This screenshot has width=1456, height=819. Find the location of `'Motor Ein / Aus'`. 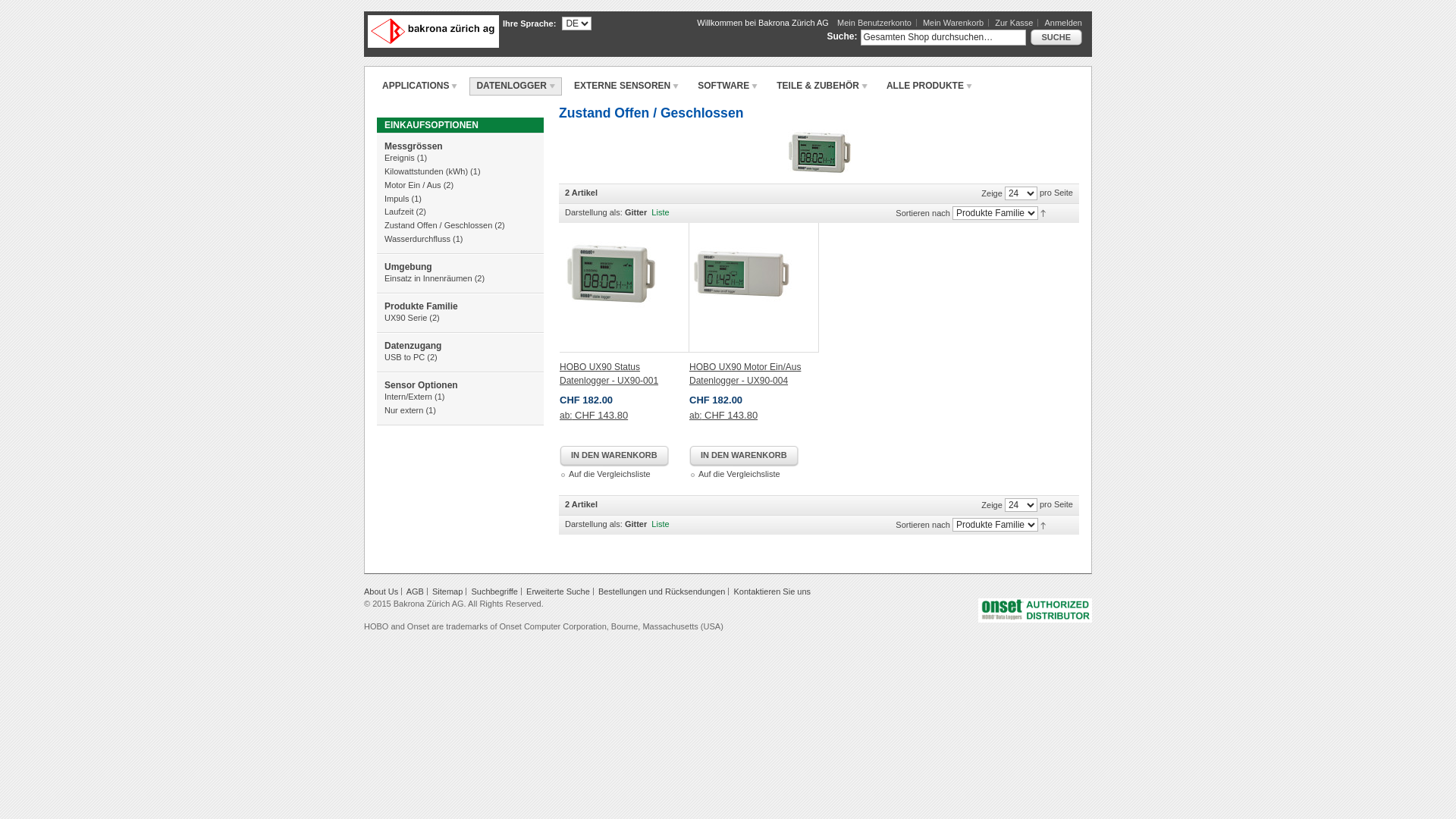

'Motor Ein / Aus' is located at coordinates (413, 184).